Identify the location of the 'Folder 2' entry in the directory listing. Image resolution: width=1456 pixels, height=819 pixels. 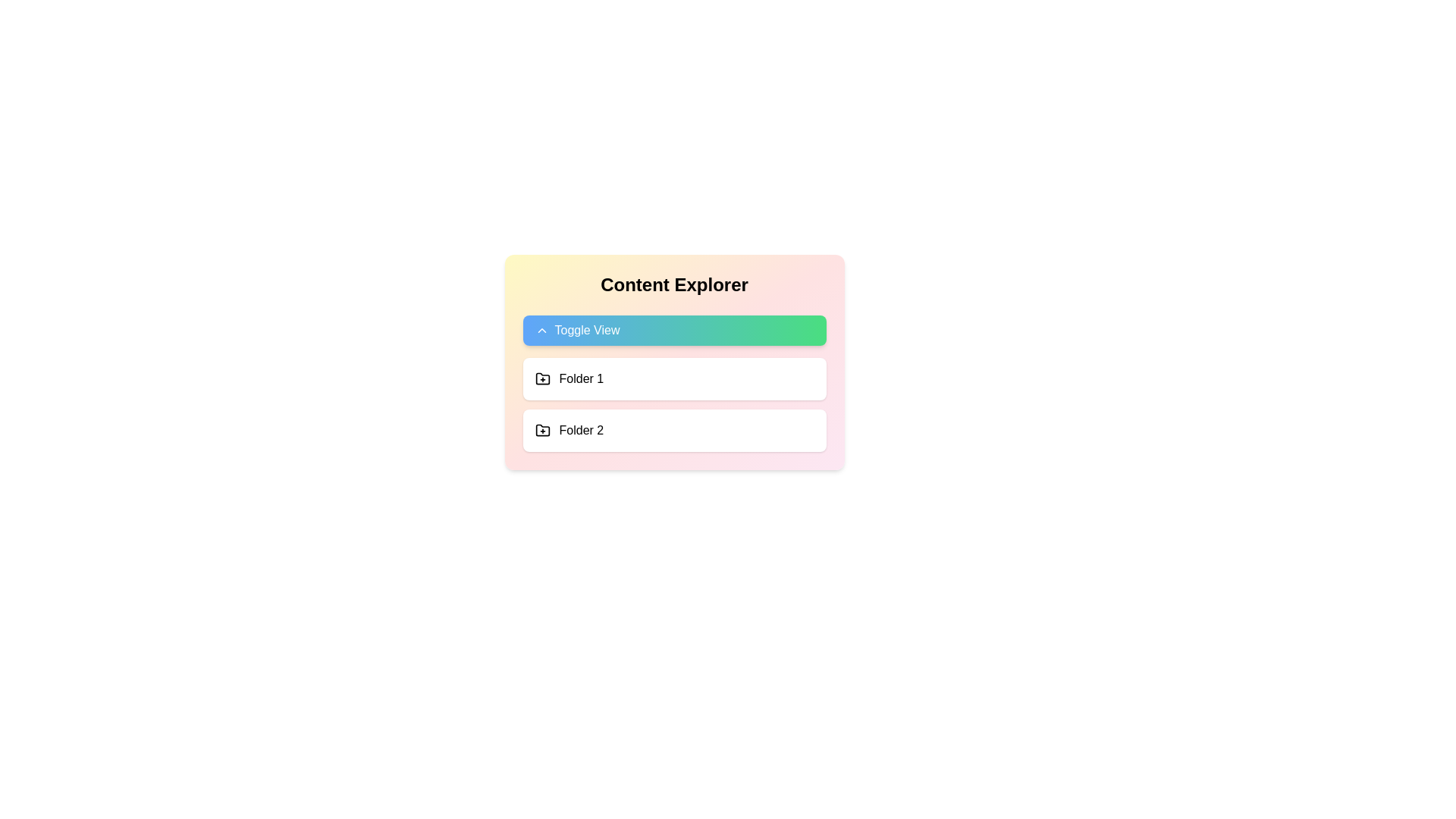
(568, 430).